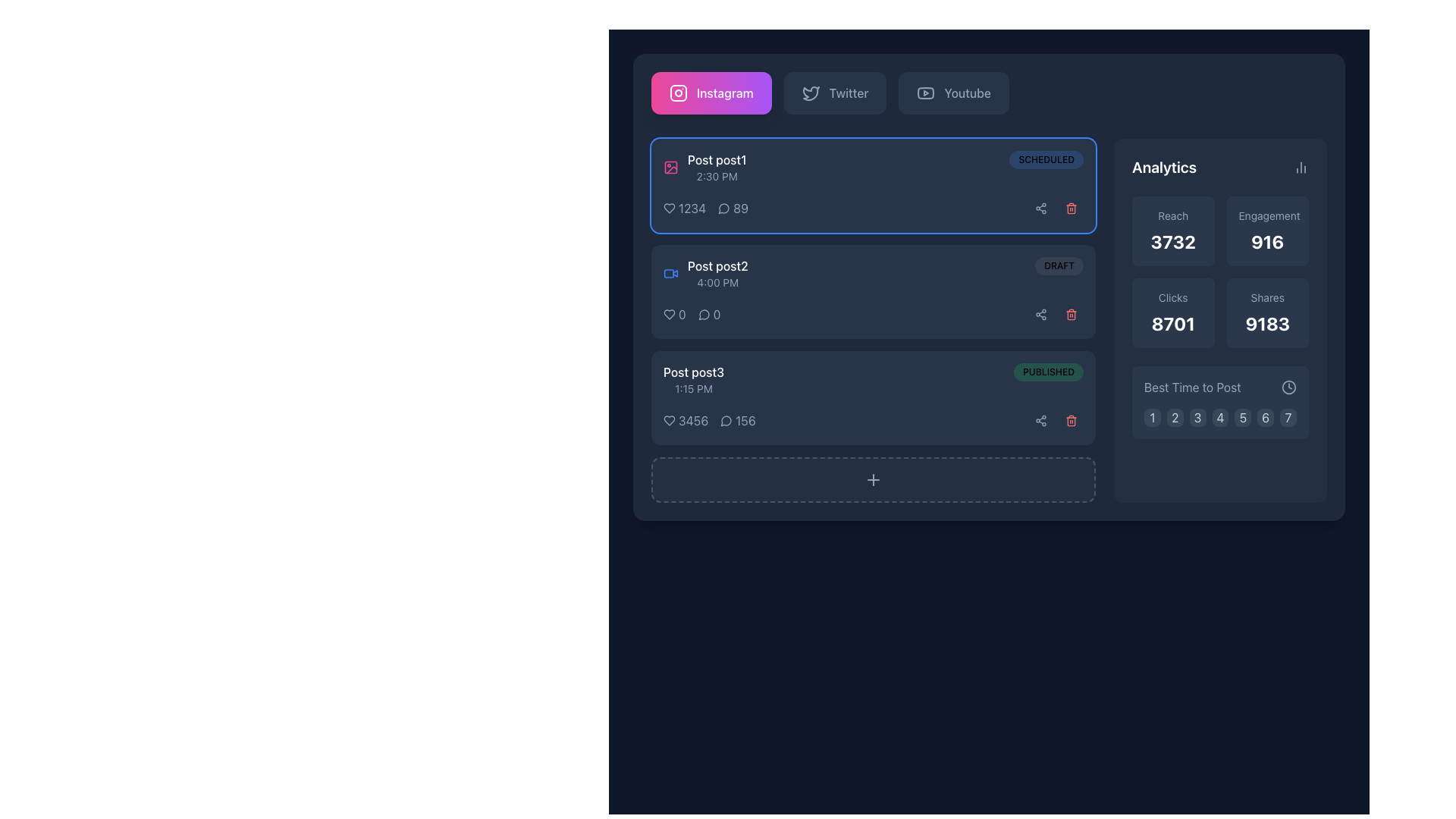  I want to click on the heart-shaped icon outlined with a line stroke, which is located to the left of the numerical label '1234' in the first post titled 'Post post1', so click(669, 208).